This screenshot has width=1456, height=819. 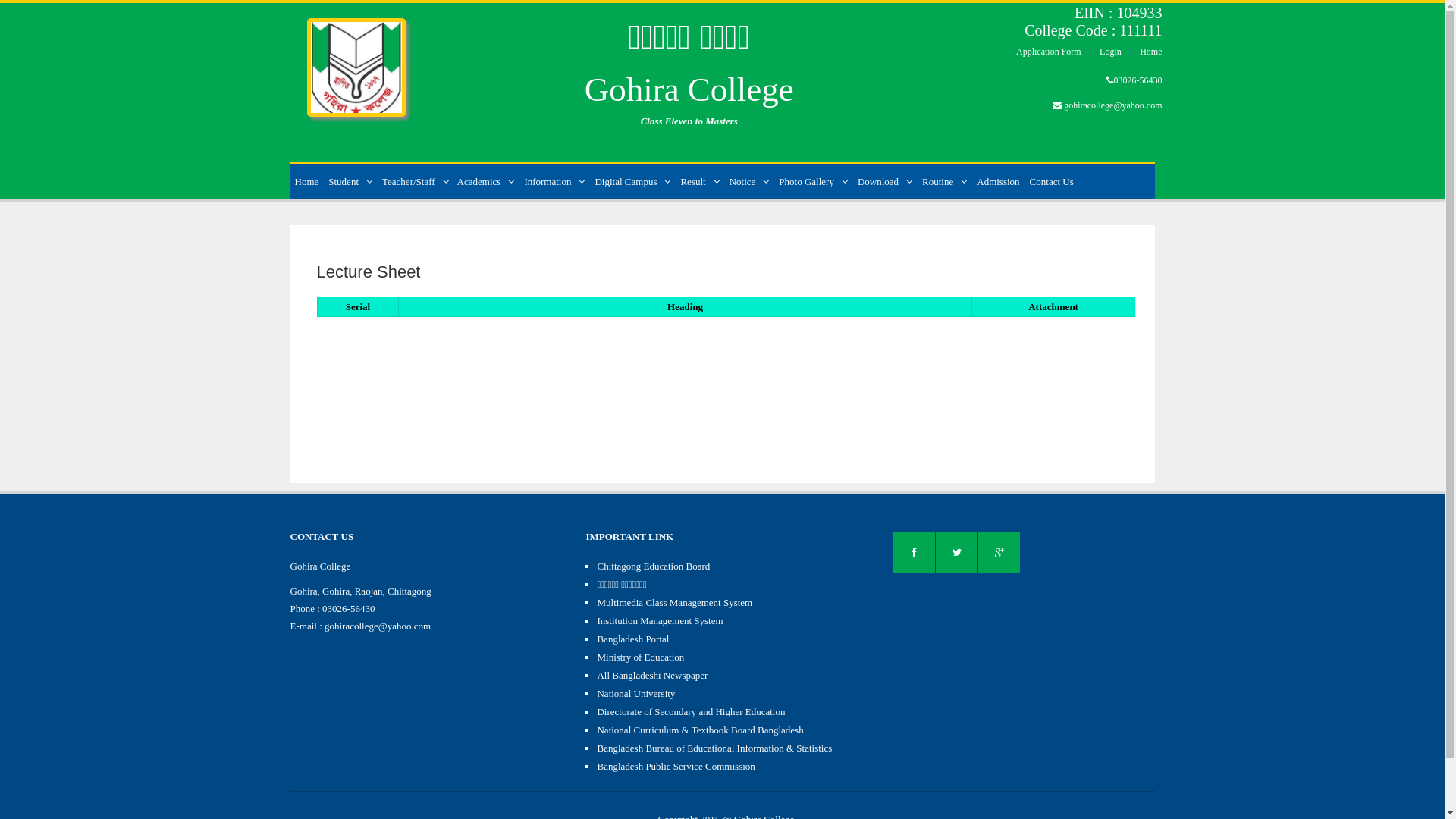 What do you see at coordinates (356, 58) in the screenshot?
I see `'Home'` at bounding box center [356, 58].